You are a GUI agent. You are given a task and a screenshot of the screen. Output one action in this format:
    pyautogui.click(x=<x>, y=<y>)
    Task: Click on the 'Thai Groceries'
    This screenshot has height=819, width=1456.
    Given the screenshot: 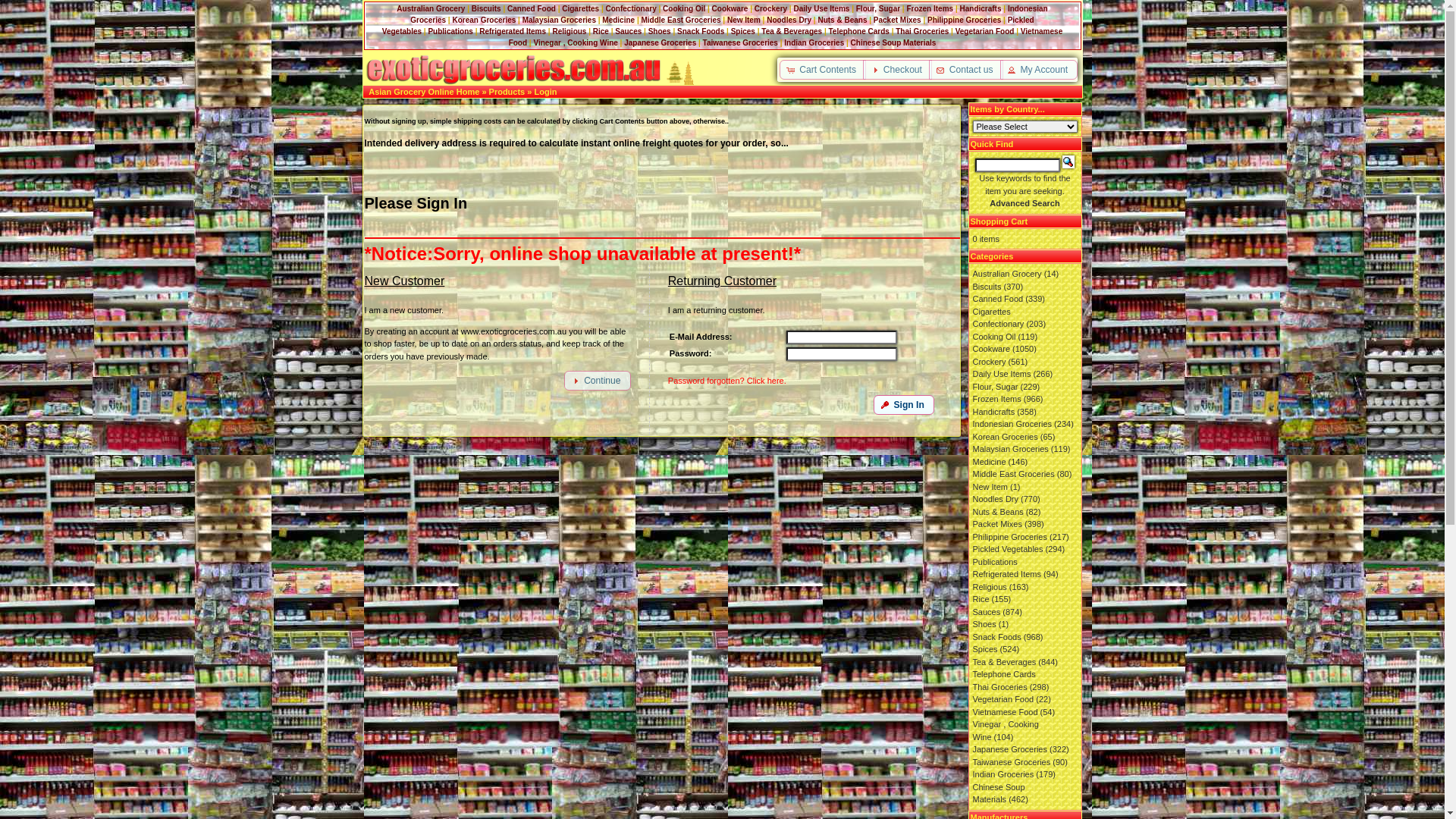 What is the action you would take?
    pyautogui.click(x=921, y=31)
    